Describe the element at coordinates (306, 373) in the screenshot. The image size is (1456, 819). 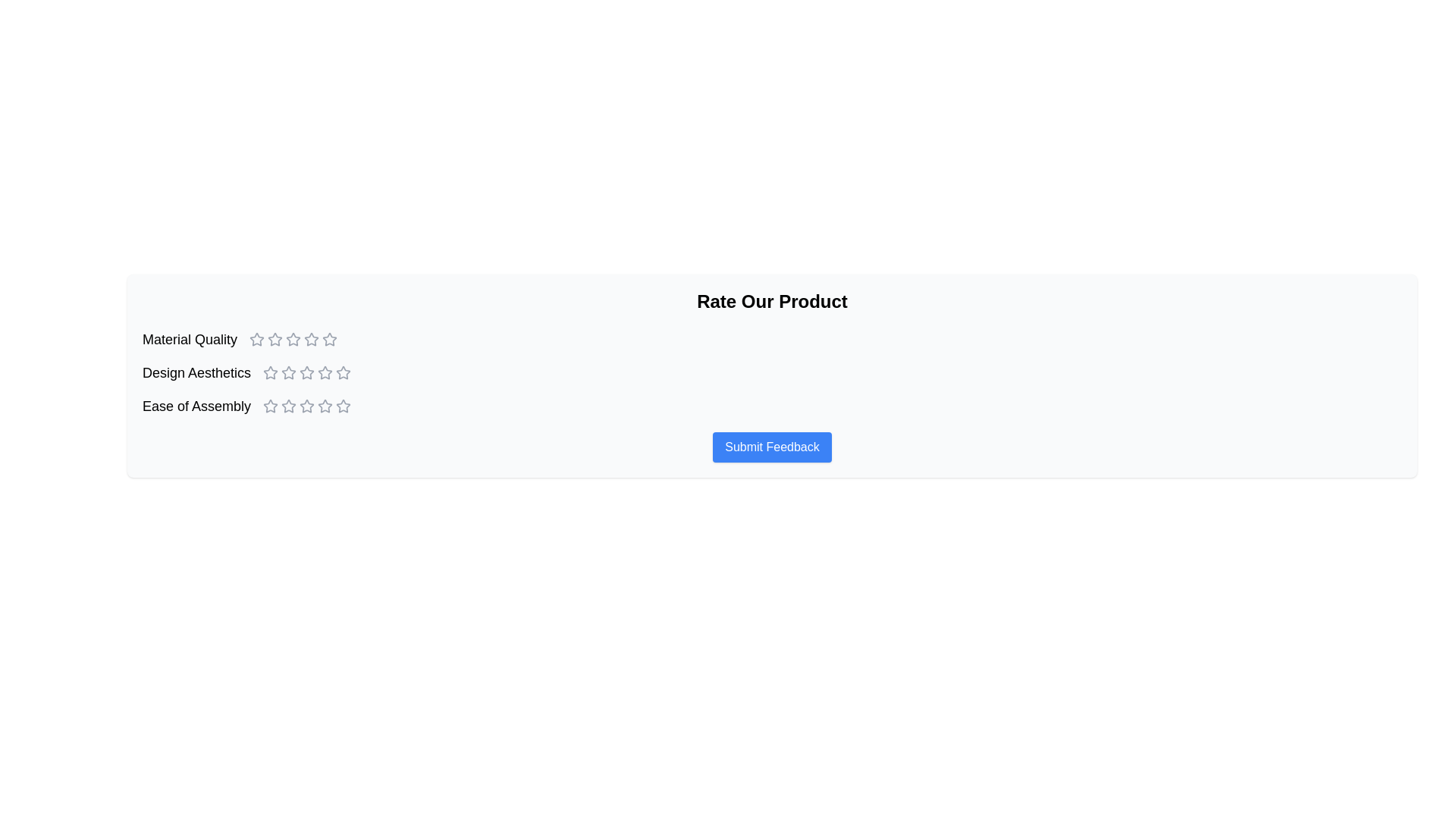
I see `the third star in the 'Design Aesthetics' rating system` at that location.